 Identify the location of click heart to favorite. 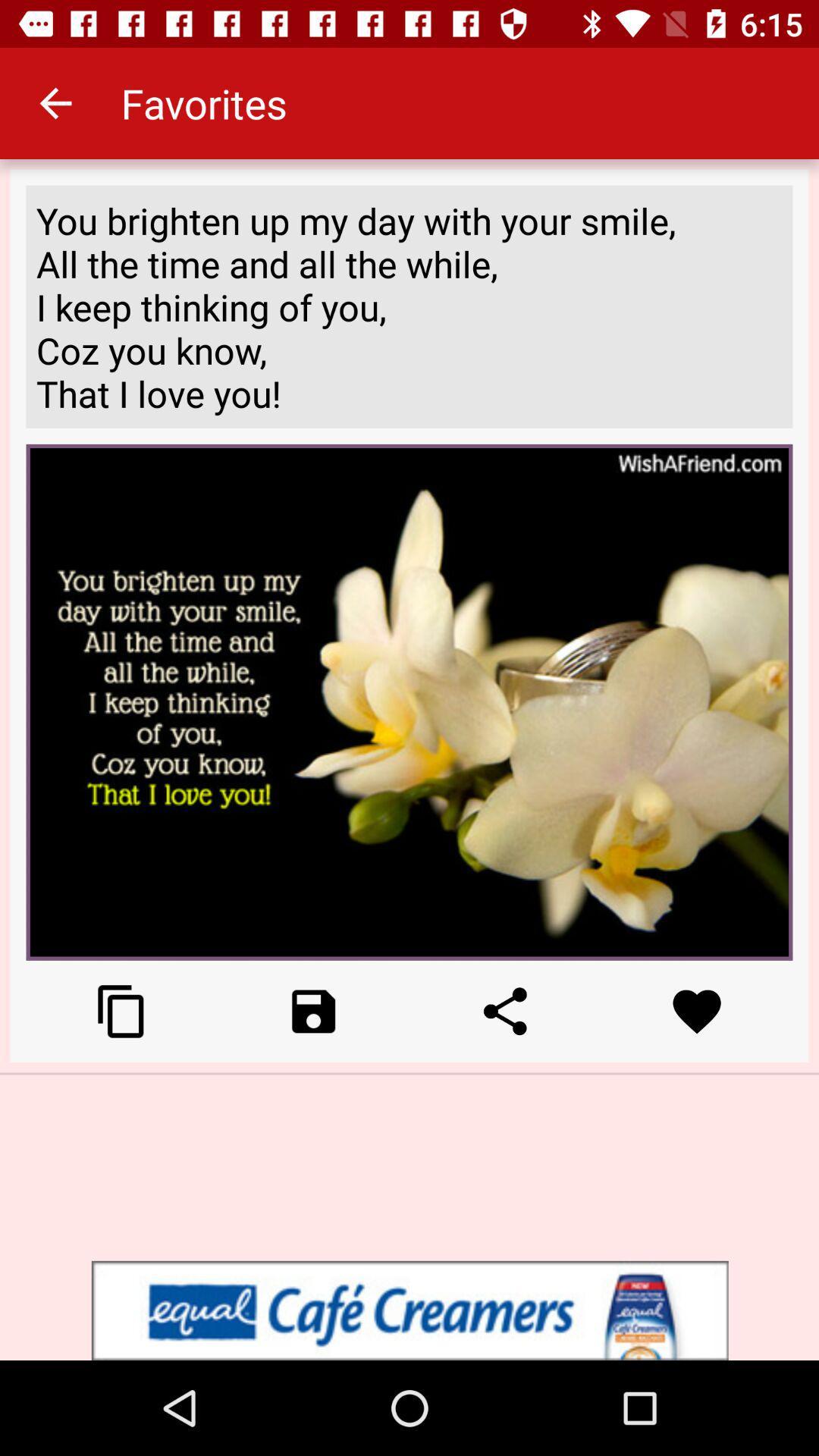
(697, 1011).